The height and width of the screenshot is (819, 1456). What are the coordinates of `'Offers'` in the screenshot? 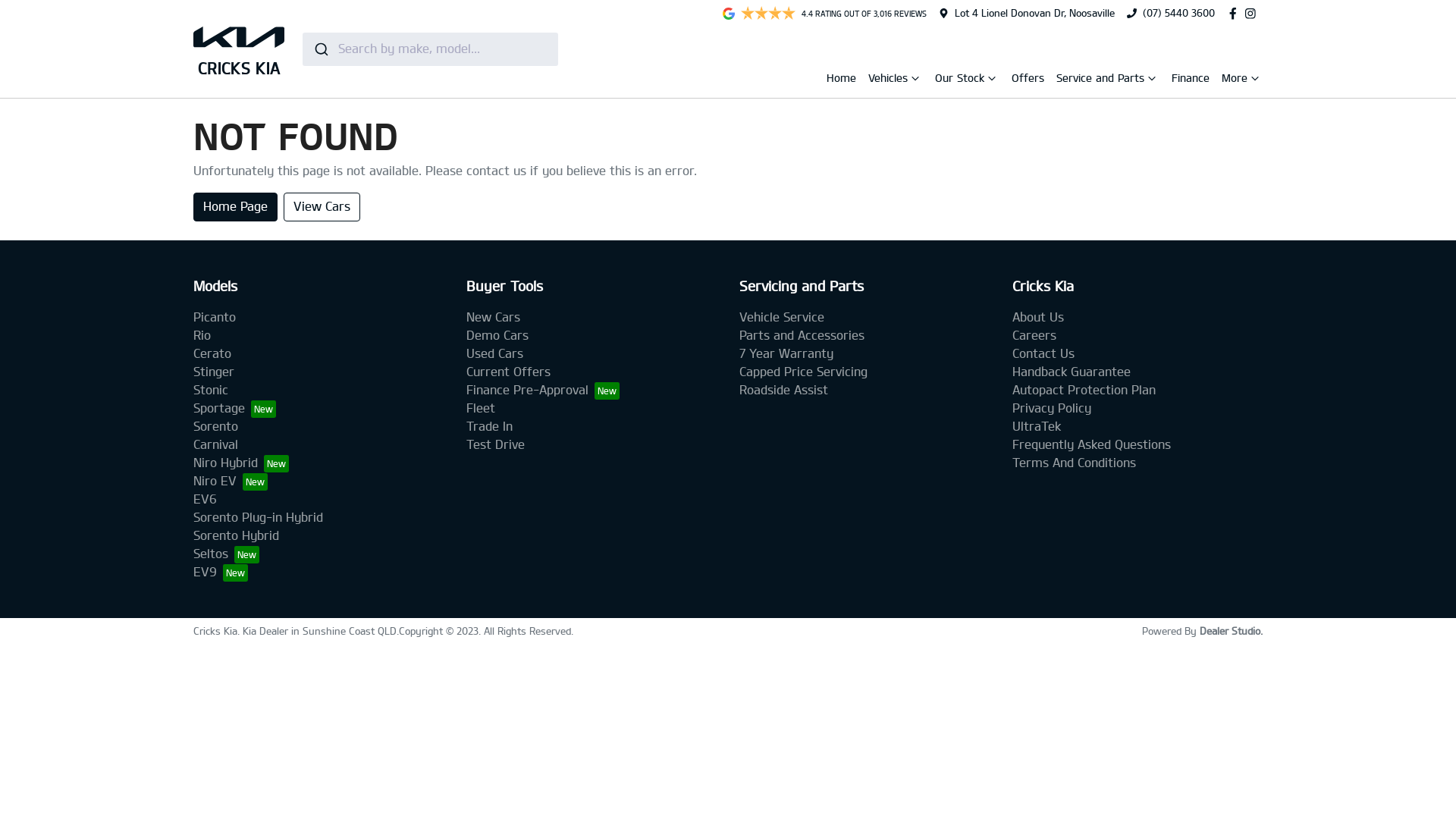 It's located at (1028, 77).